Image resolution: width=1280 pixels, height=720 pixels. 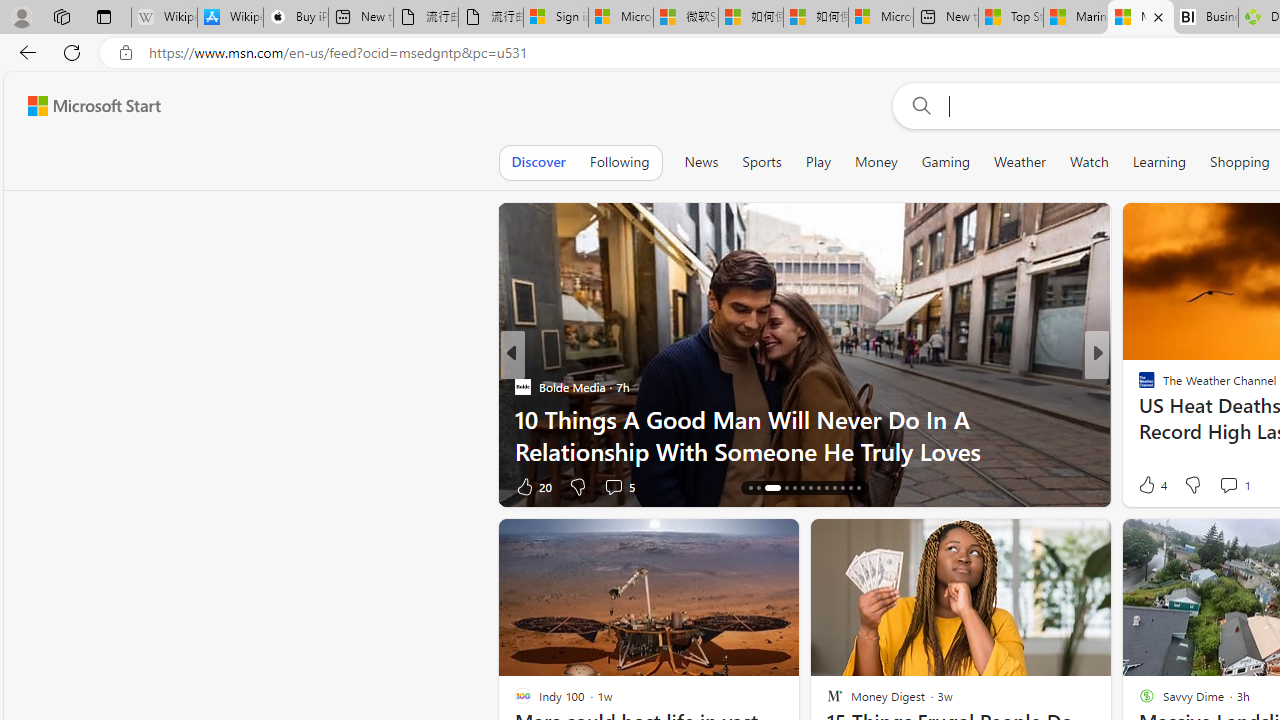 What do you see at coordinates (1149, 486) in the screenshot?
I see `'12 Like'` at bounding box center [1149, 486].